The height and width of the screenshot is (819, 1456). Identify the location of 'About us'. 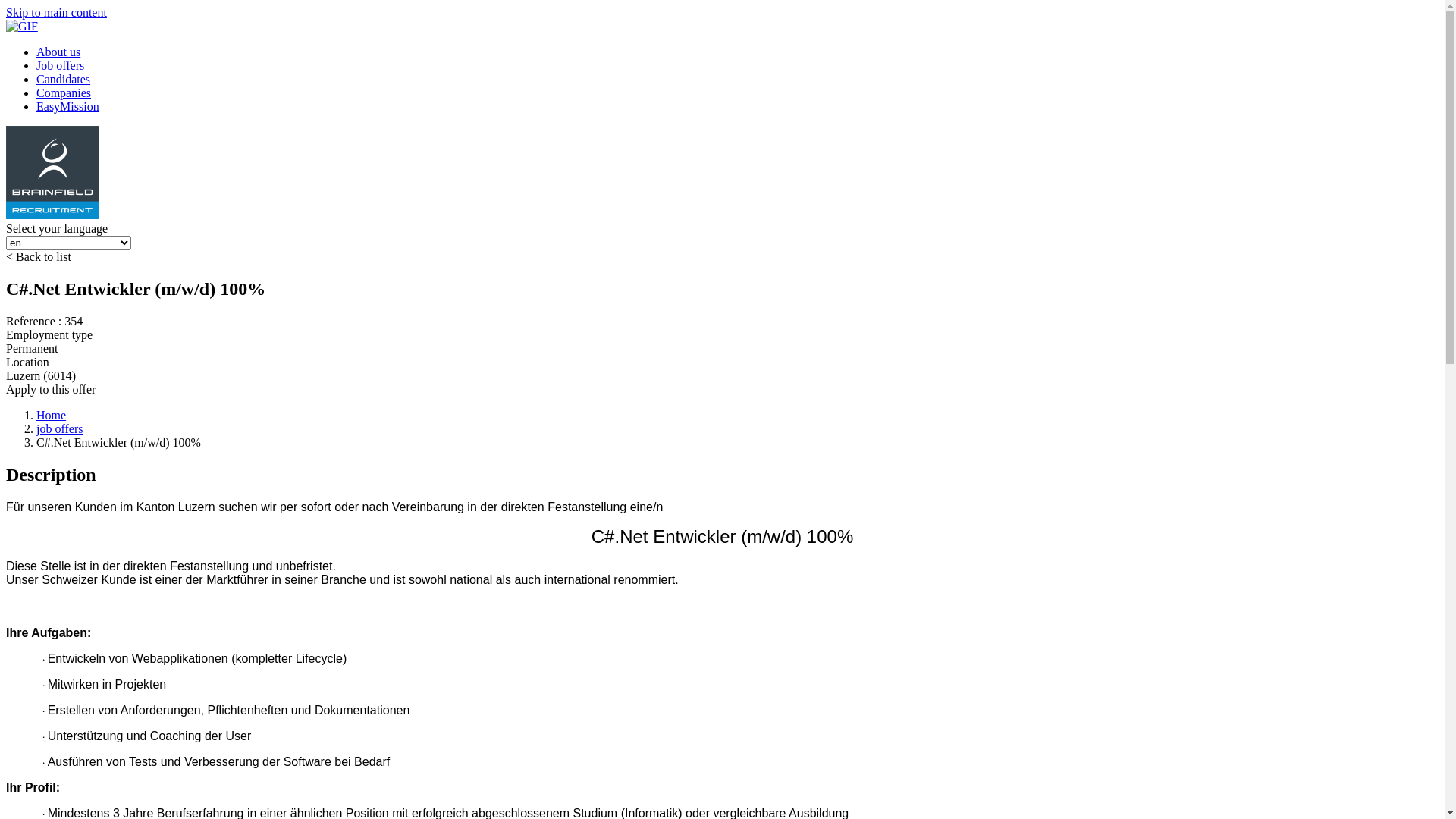
(58, 51).